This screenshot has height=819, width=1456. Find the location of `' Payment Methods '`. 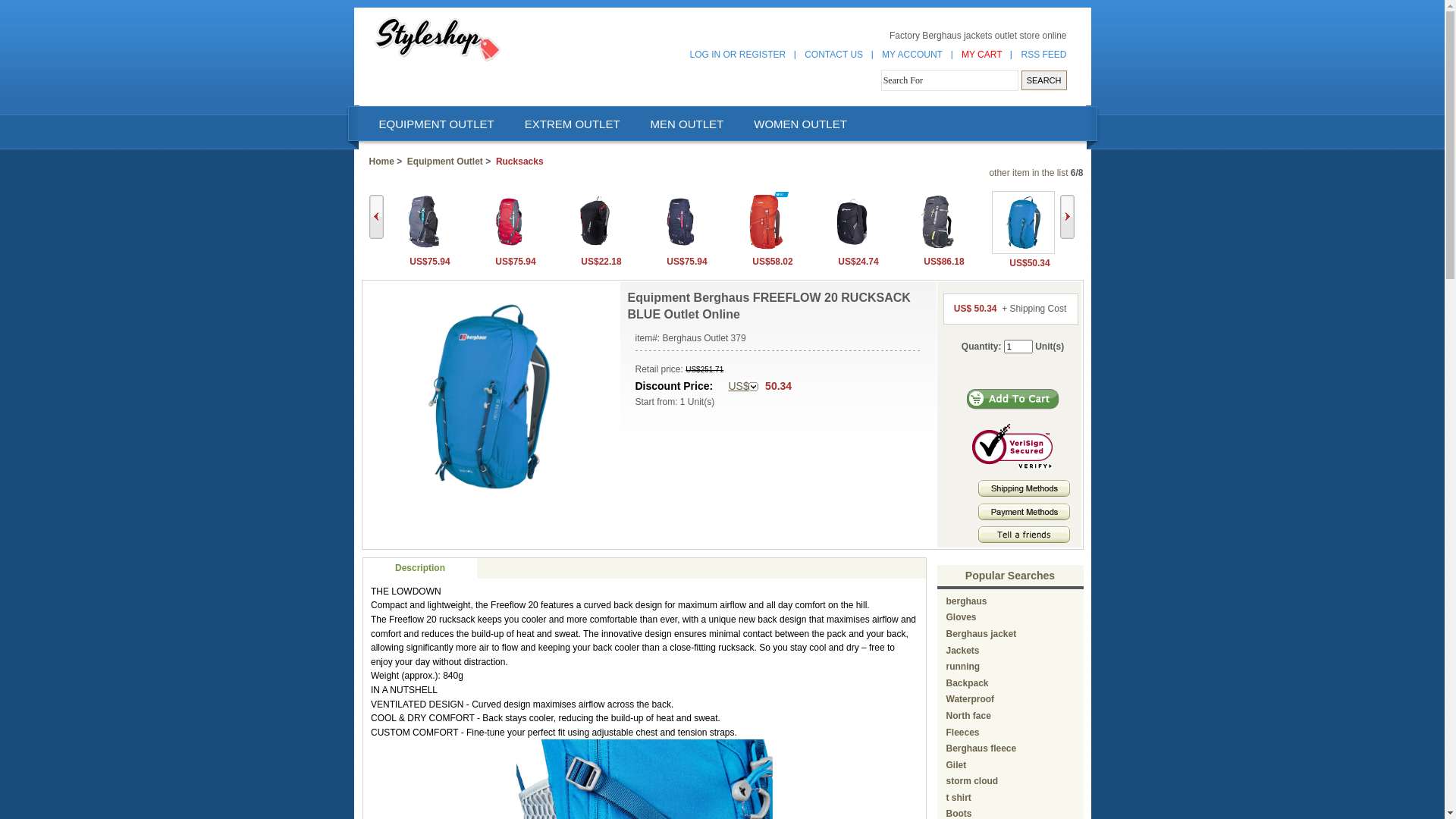

' Payment Methods ' is located at coordinates (1024, 512).